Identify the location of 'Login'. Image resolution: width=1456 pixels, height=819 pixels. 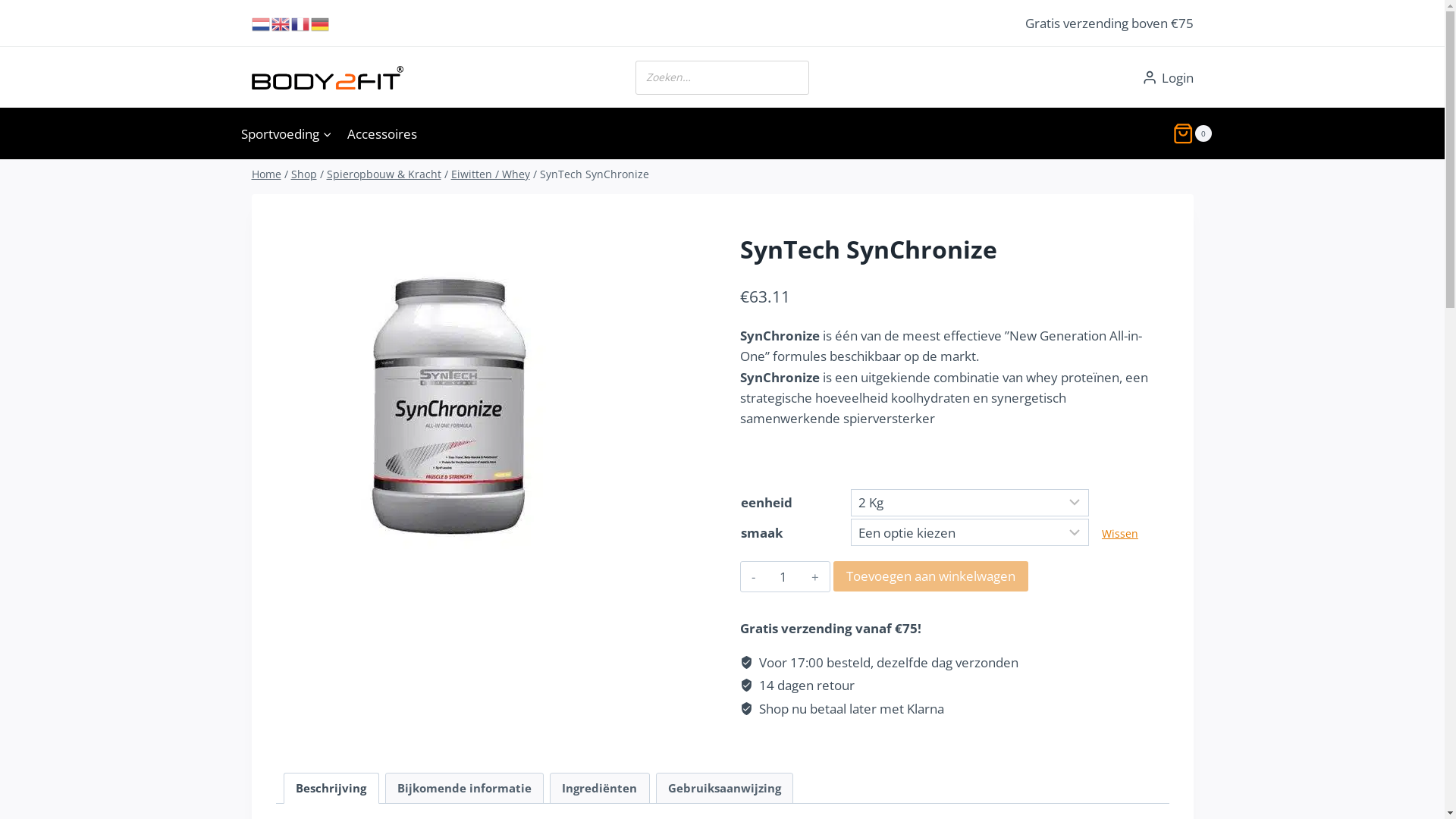
(1166, 78).